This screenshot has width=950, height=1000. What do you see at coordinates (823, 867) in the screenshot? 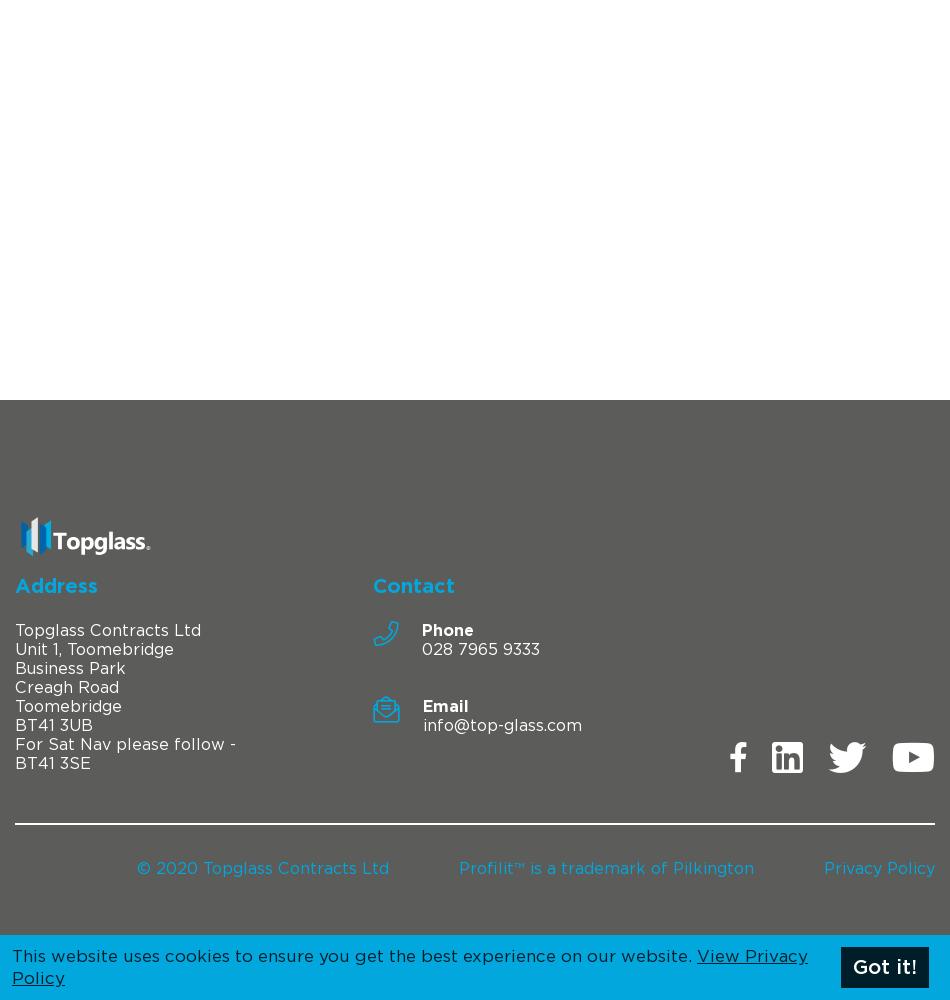
I see `'Privacy Policy'` at bounding box center [823, 867].